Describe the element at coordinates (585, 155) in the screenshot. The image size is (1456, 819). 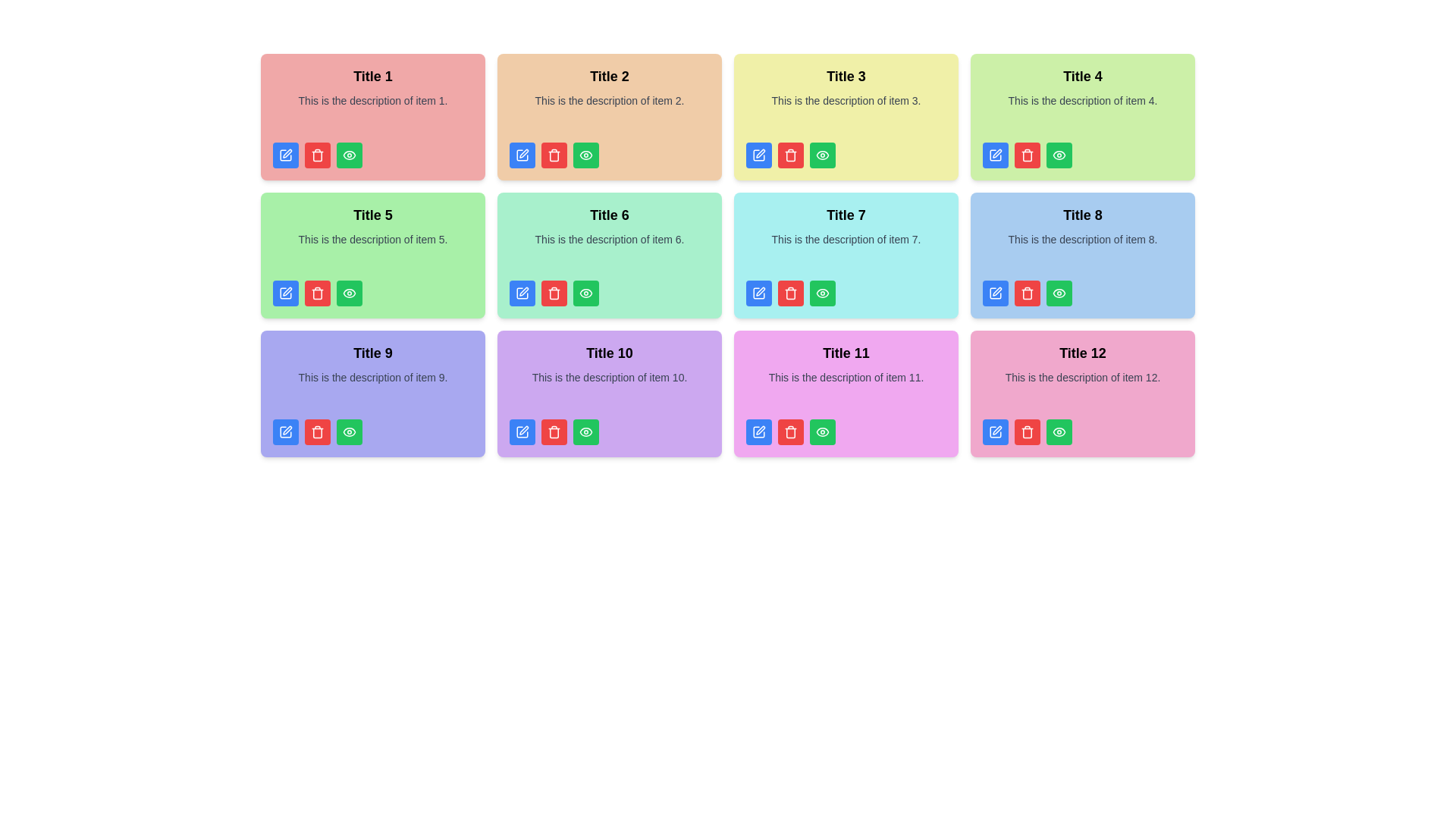
I see `the outer oval shape of the eye icon located within the light orange card labeled 'Title 2'` at that location.